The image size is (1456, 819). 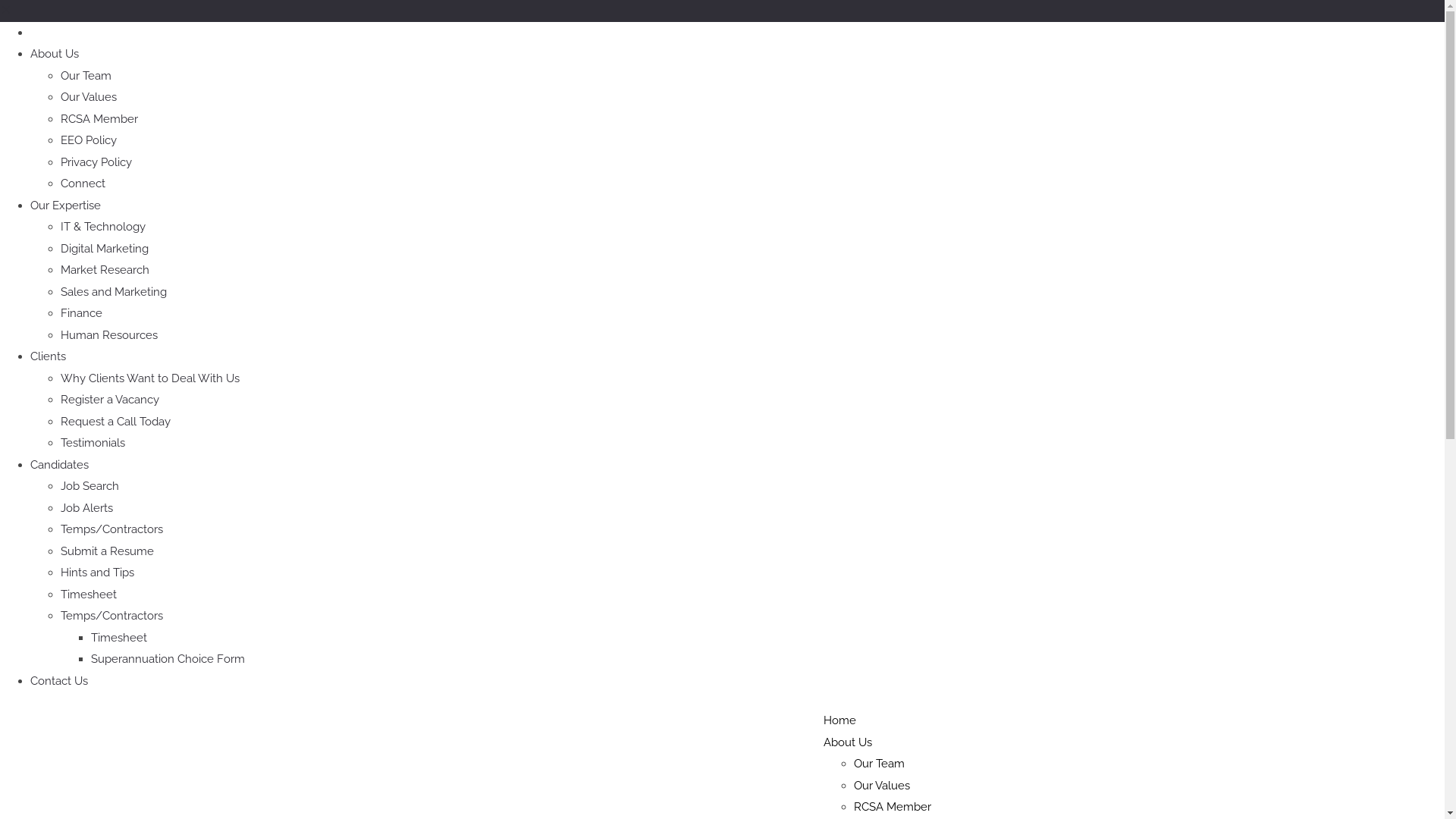 What do you see at coordinates (102, 227) in the screenshot?
I see `'IT & Technology'` at bounding box center [102, 227].